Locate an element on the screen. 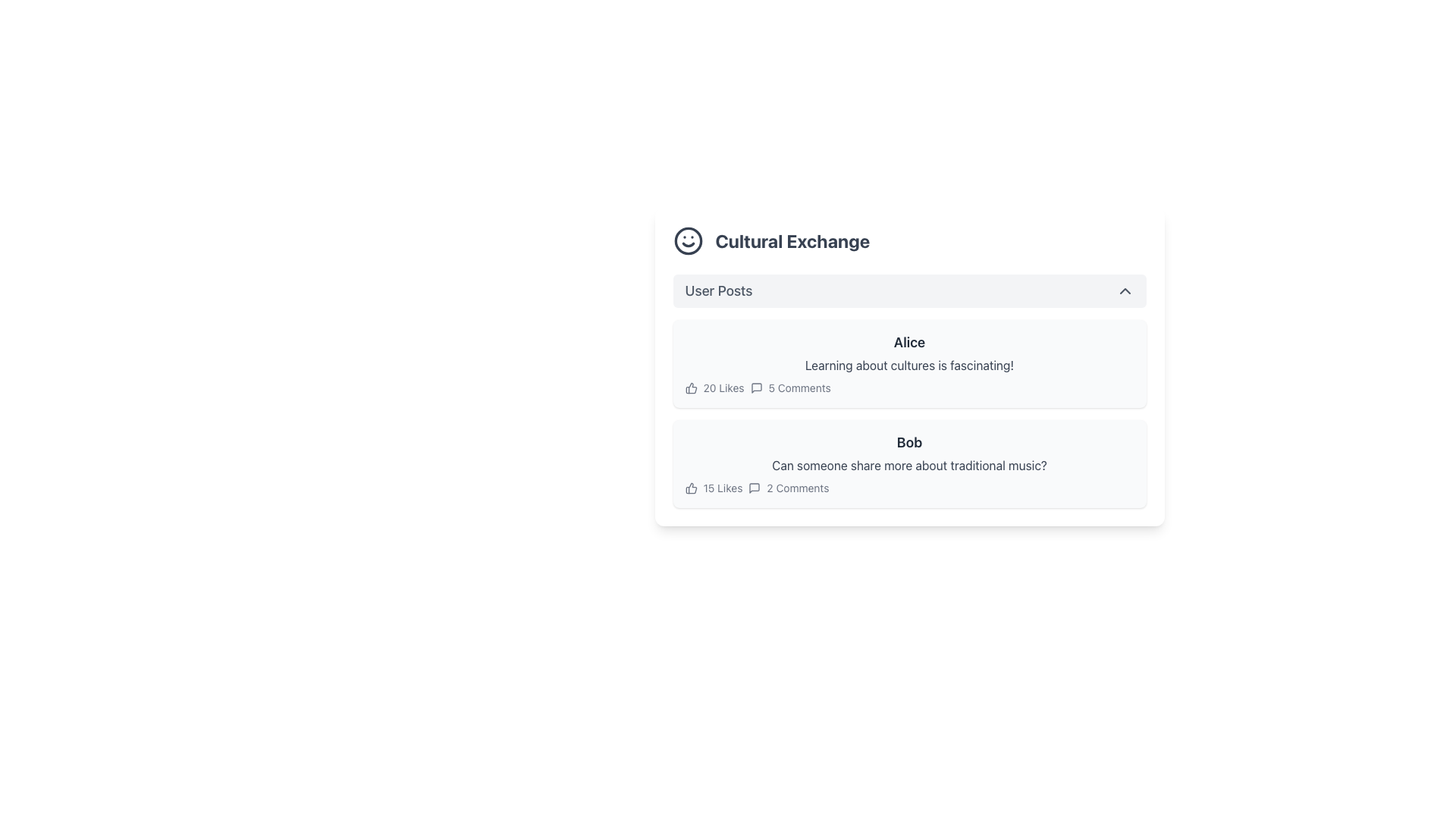  the toggle button located centrally beneath the 'Cultural Exchange' section title is located at coordinates (909, 291).